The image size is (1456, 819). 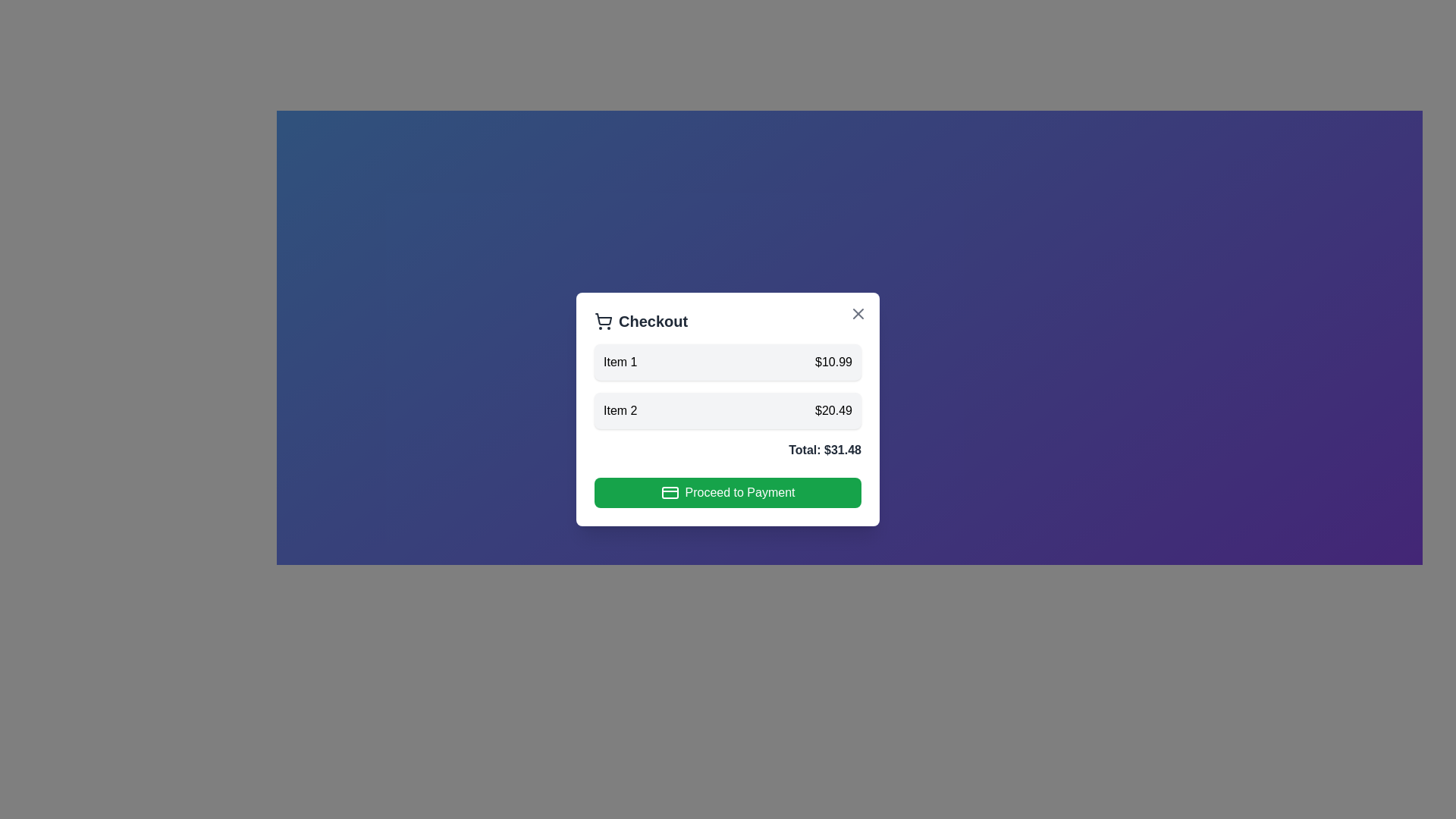 I want to click on the green rectangular icon with rounded corners located inside the 'Proceed to Payment' button on the left side of the button's text, so click(x=669, y=493).